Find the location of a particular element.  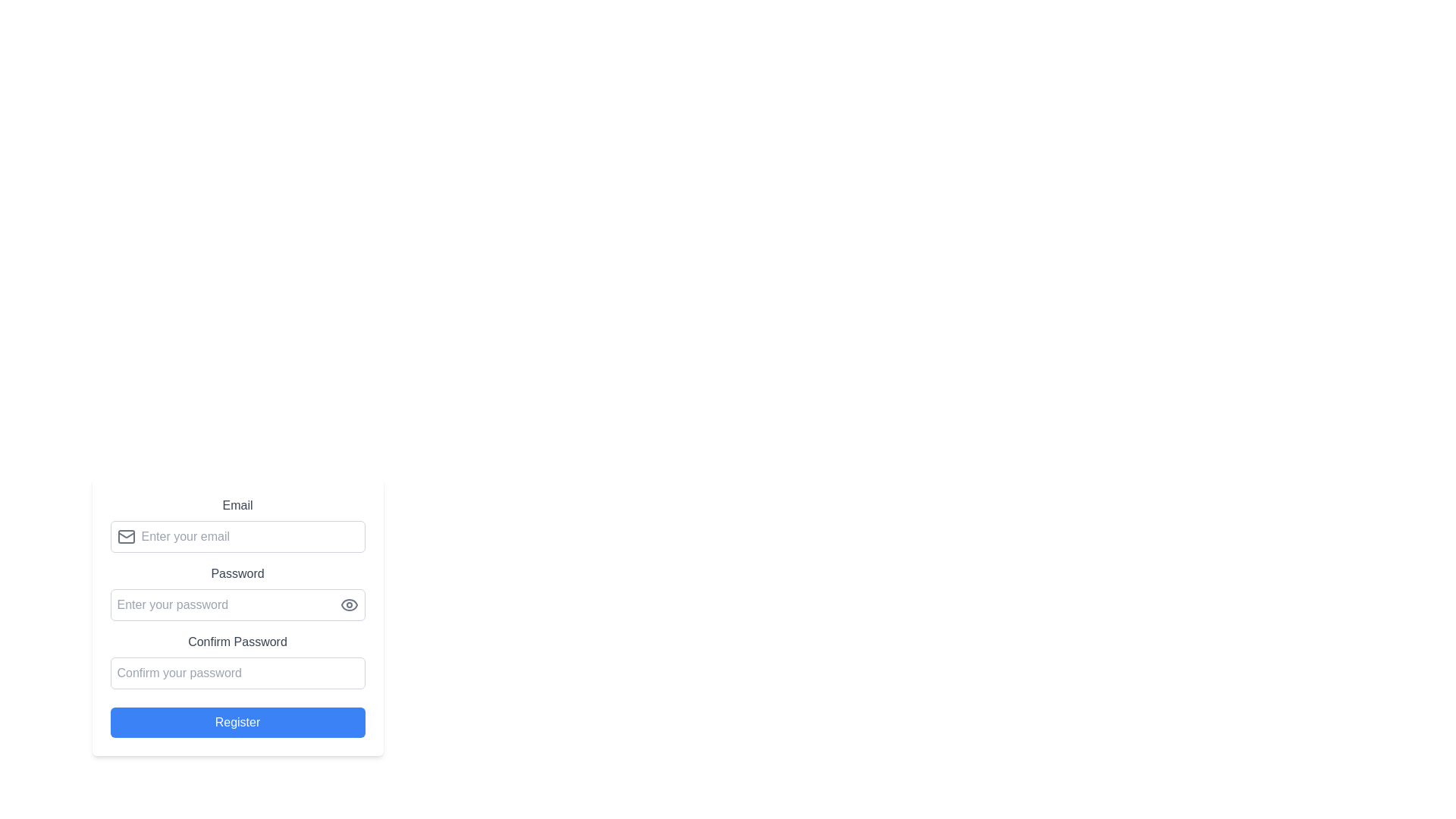

the 'Register' button, which is a rectangular button with a blue background and white text, located at the bottom of the form layout is located at coordinates (237, 721).